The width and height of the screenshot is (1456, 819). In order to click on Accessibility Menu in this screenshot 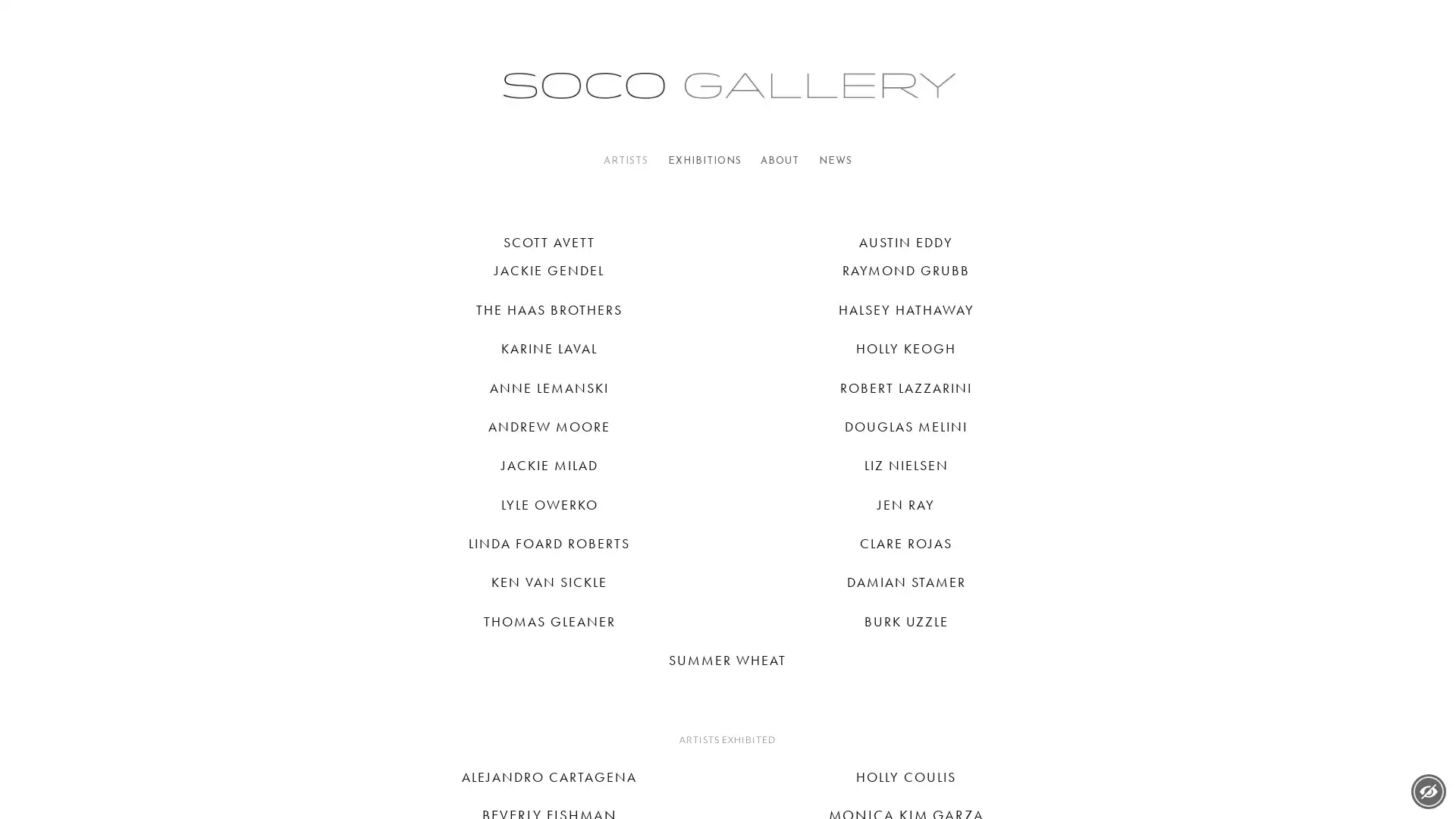, I will do `click(1427, 791)`.